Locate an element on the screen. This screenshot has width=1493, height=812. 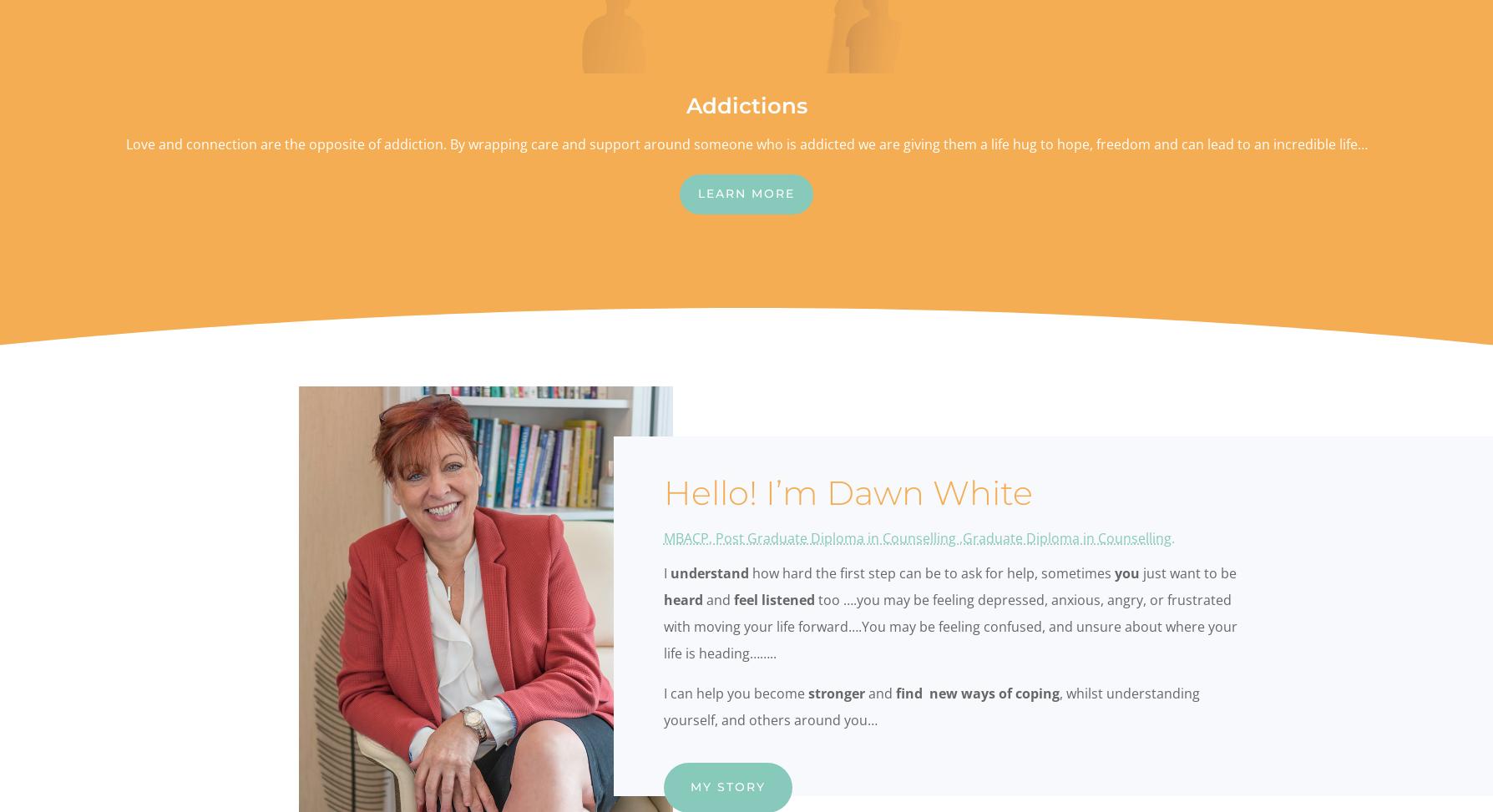
'Love and connection are the opposite of addiction. By wrapping care and support around someone who is addicted we are giving them a life hug to hope, freedom and can lead to an incredible life…' is located at coordinates (745, 144).